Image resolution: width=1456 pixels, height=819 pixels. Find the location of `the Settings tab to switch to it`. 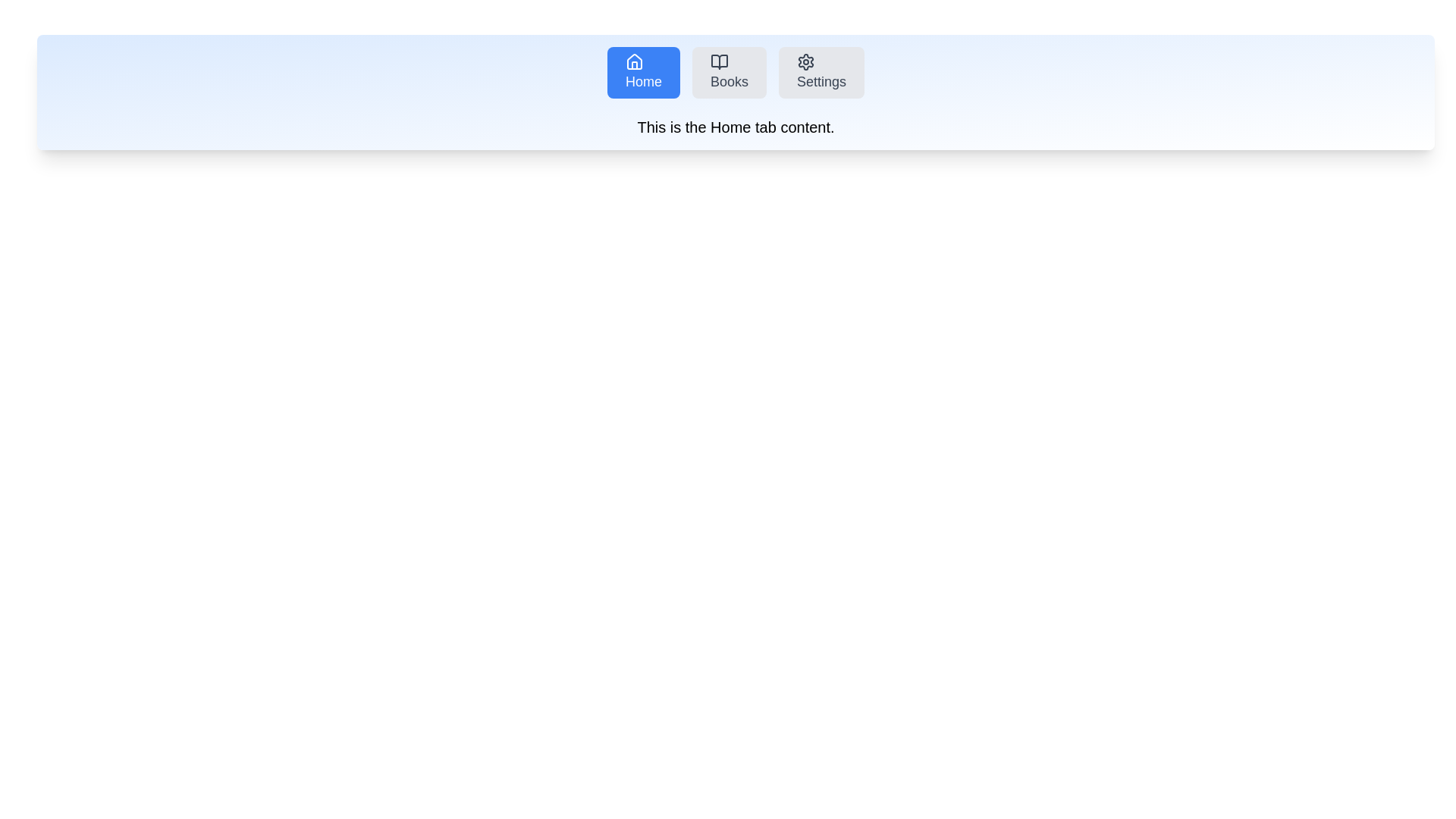

the Settings tab to switch to it is located at coordinates (821, 73).